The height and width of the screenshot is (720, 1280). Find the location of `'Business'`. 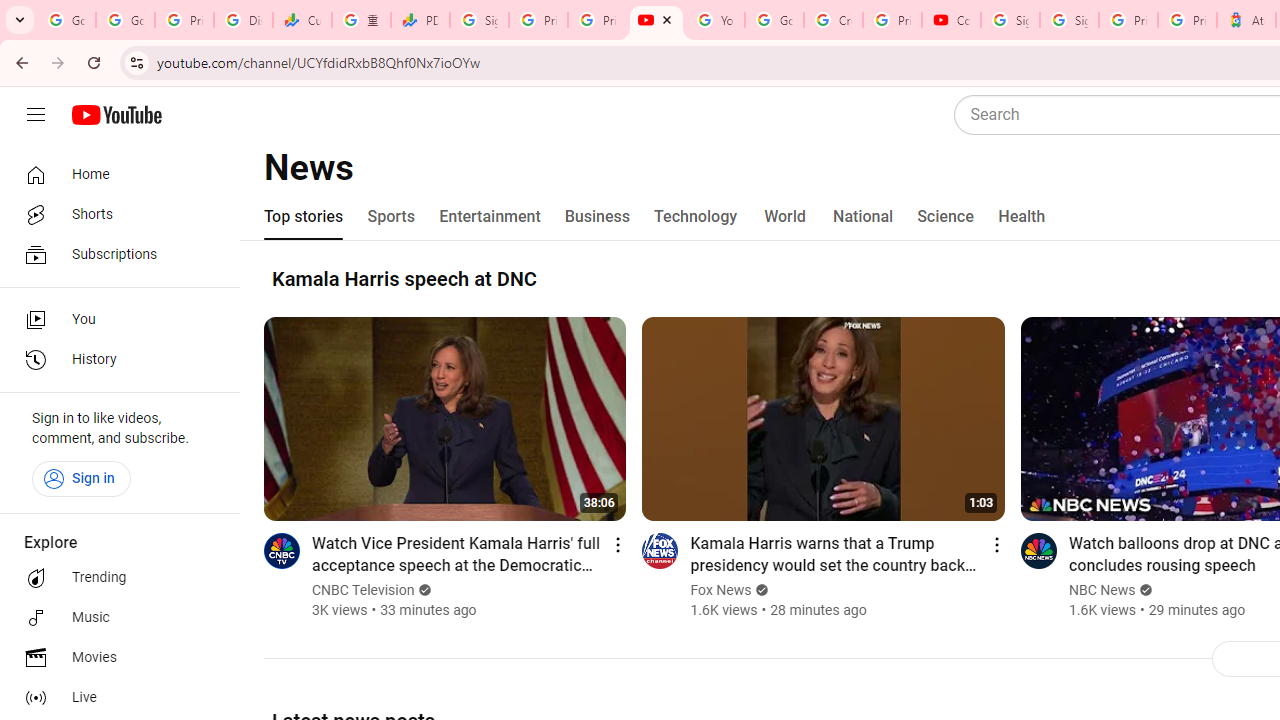

'Business' is located at coordinates (596, 217).